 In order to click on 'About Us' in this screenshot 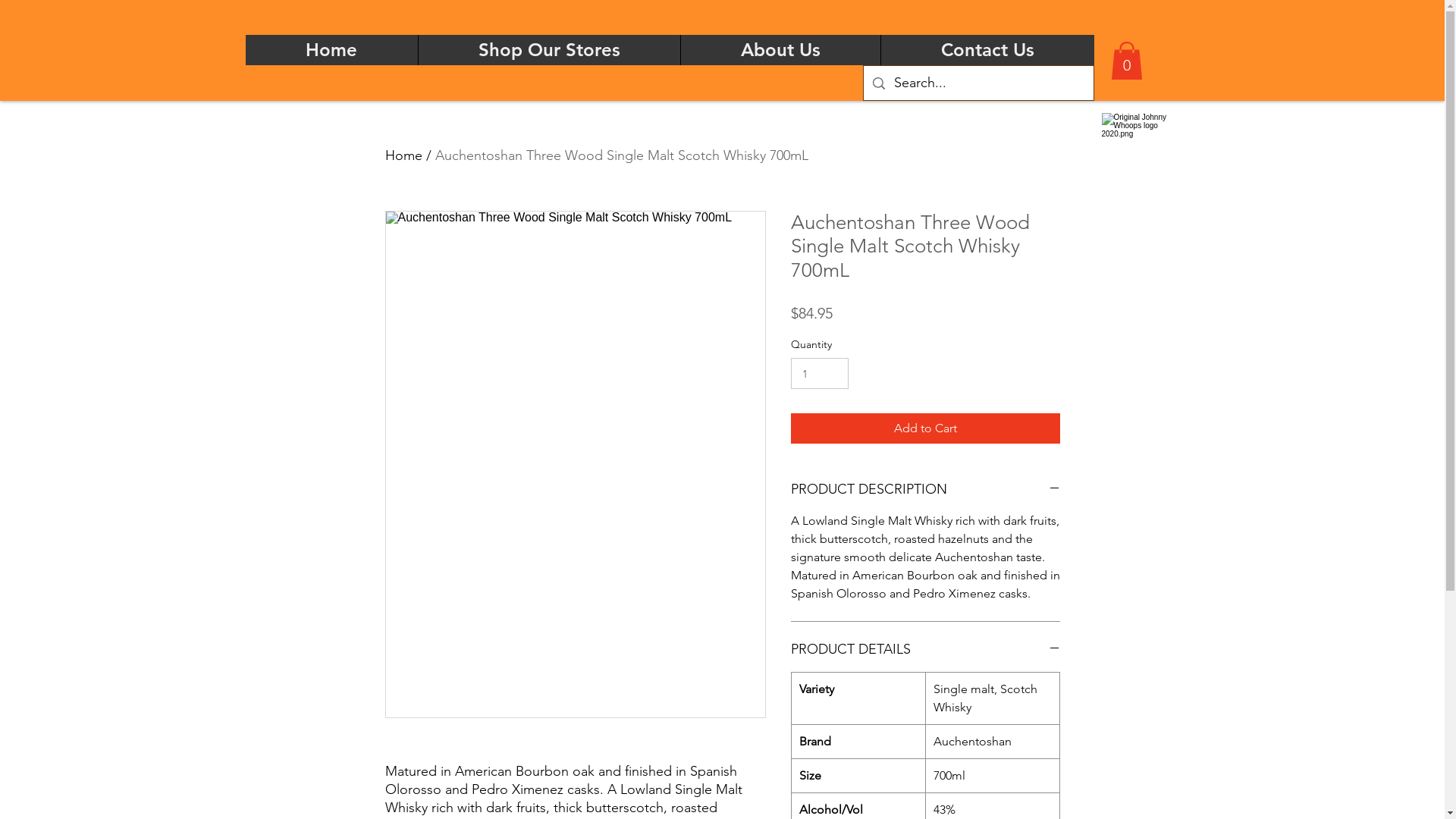, I will do `click(679, 49)`.